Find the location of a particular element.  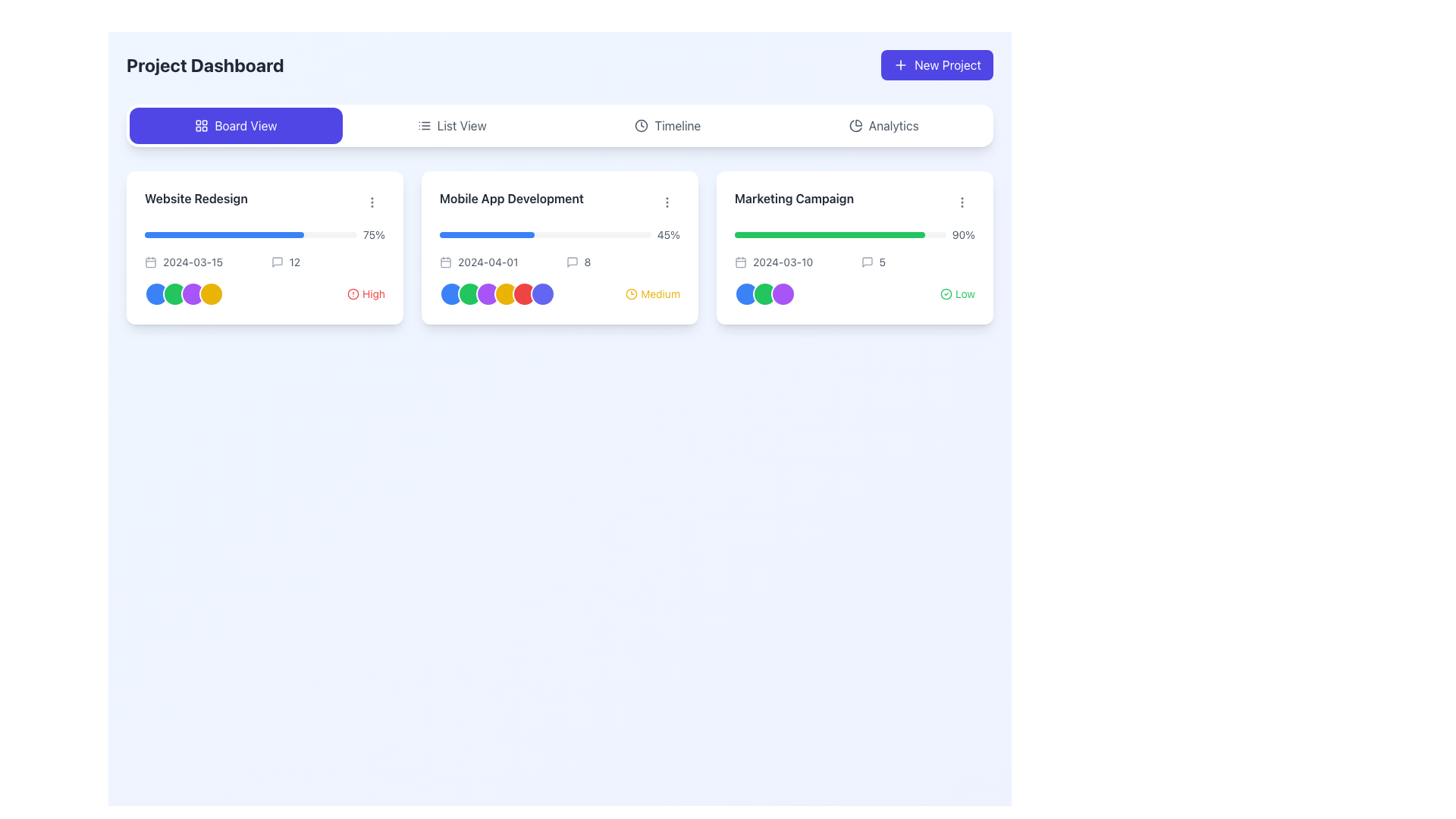

the individual circular icon representing a team member in the lower-left section of the 'Website Redesign' card, located just above the 'High' priority label is located at coordinates (184, 294).